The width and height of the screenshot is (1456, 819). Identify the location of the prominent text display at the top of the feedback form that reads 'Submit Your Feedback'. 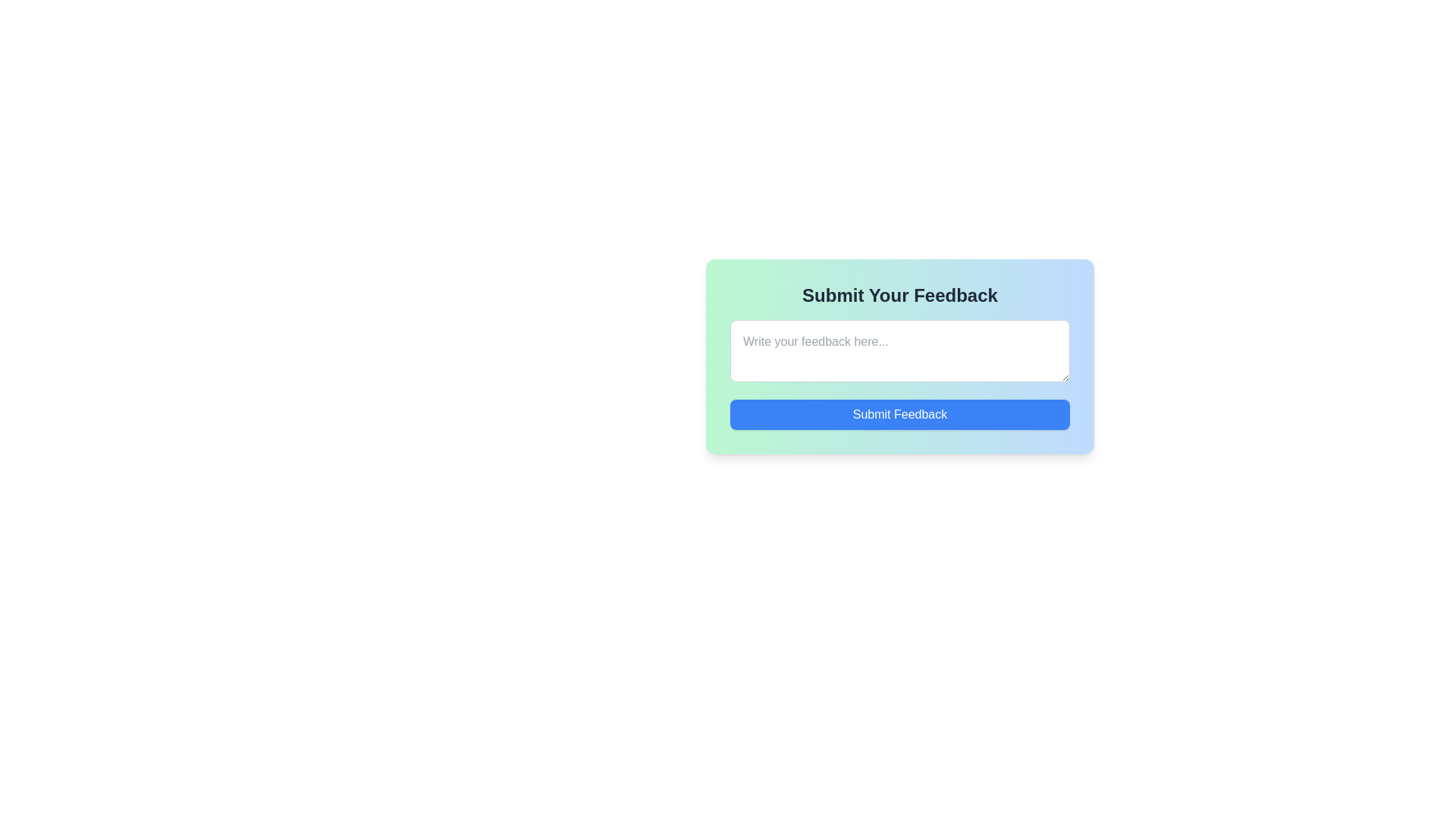
(899, 295).